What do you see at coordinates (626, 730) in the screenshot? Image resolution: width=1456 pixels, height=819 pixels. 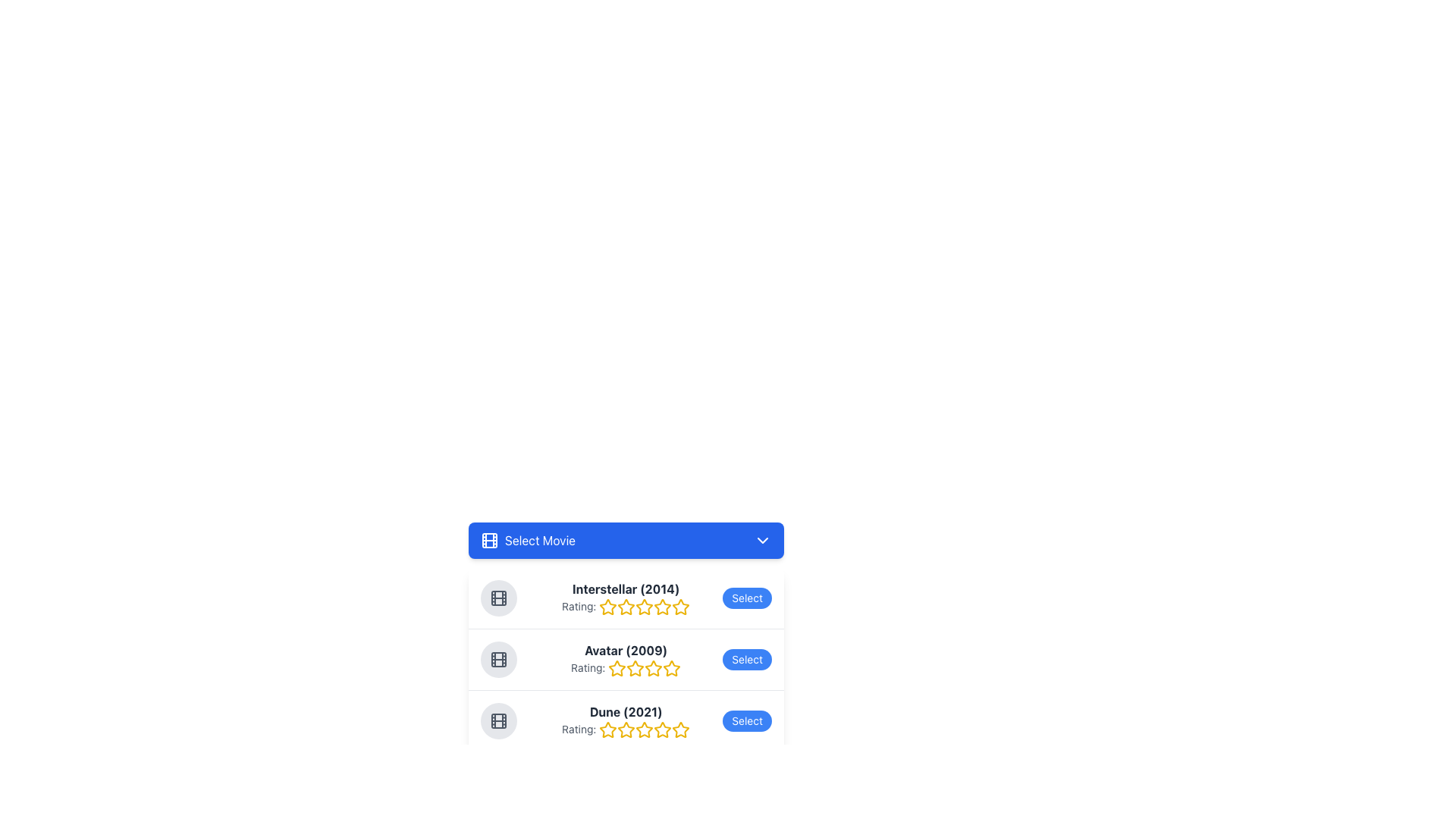 I see `the third yellow star icon in the rating bar for the movie 'Dune (2021)'` at bounding box center [626, 730].